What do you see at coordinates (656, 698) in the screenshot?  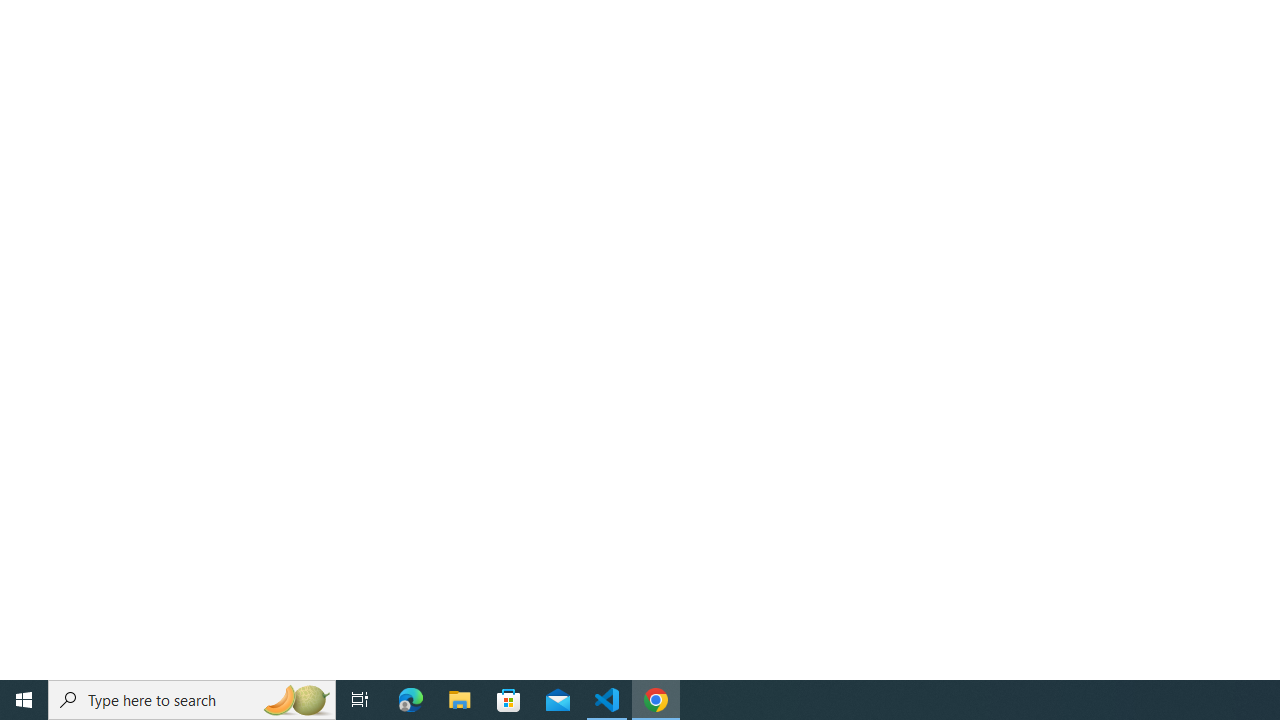 I see `'Google Chrome - 1 running window'` at bounding box center [656, 698].